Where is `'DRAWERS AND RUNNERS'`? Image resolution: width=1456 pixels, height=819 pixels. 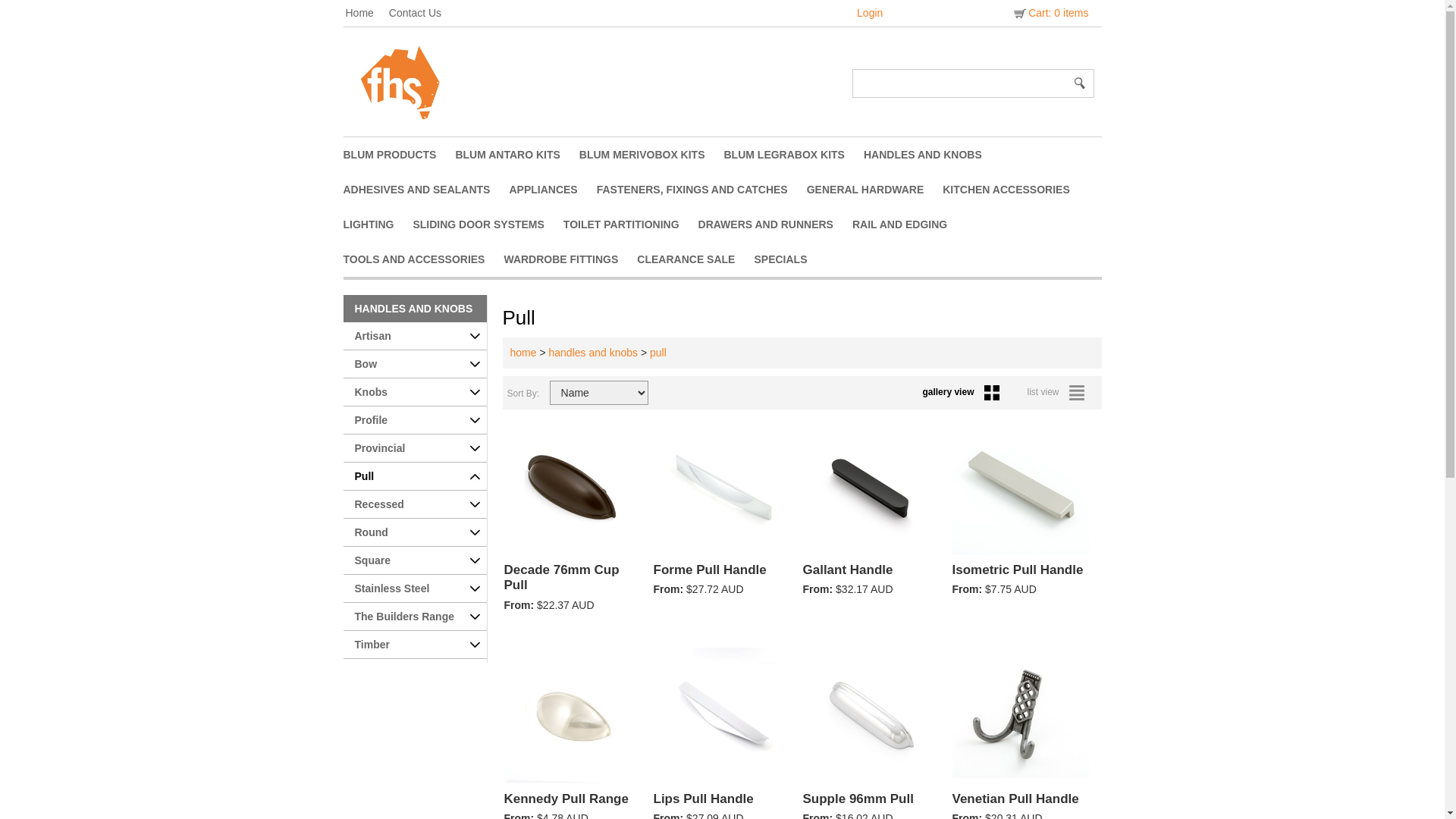
'DRAWERS AND RUNNERS' is located at coordinates (775, 224).